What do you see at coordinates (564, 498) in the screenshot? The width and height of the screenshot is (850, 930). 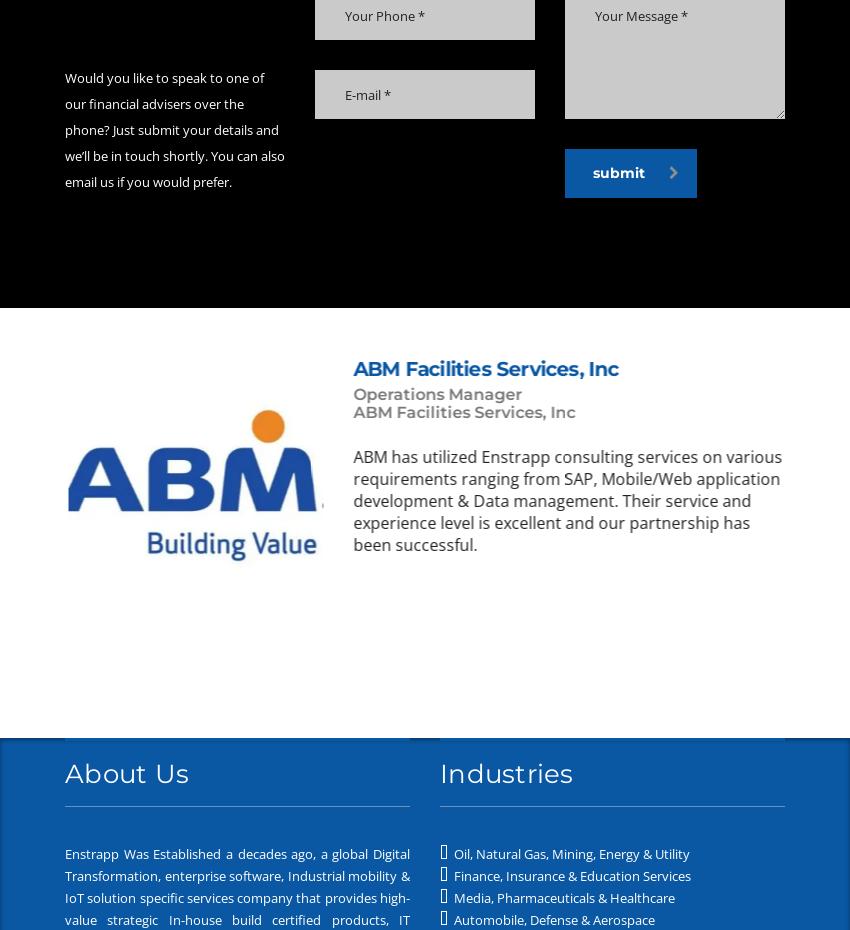 I see `'ABM has utilized Enstrapp consulting services on various requirements ranging from SAP, Mobile/Web application development & Data management. Their service and experience level is excellent and our partnership has been successful.'` at bounding box center [564, 498].